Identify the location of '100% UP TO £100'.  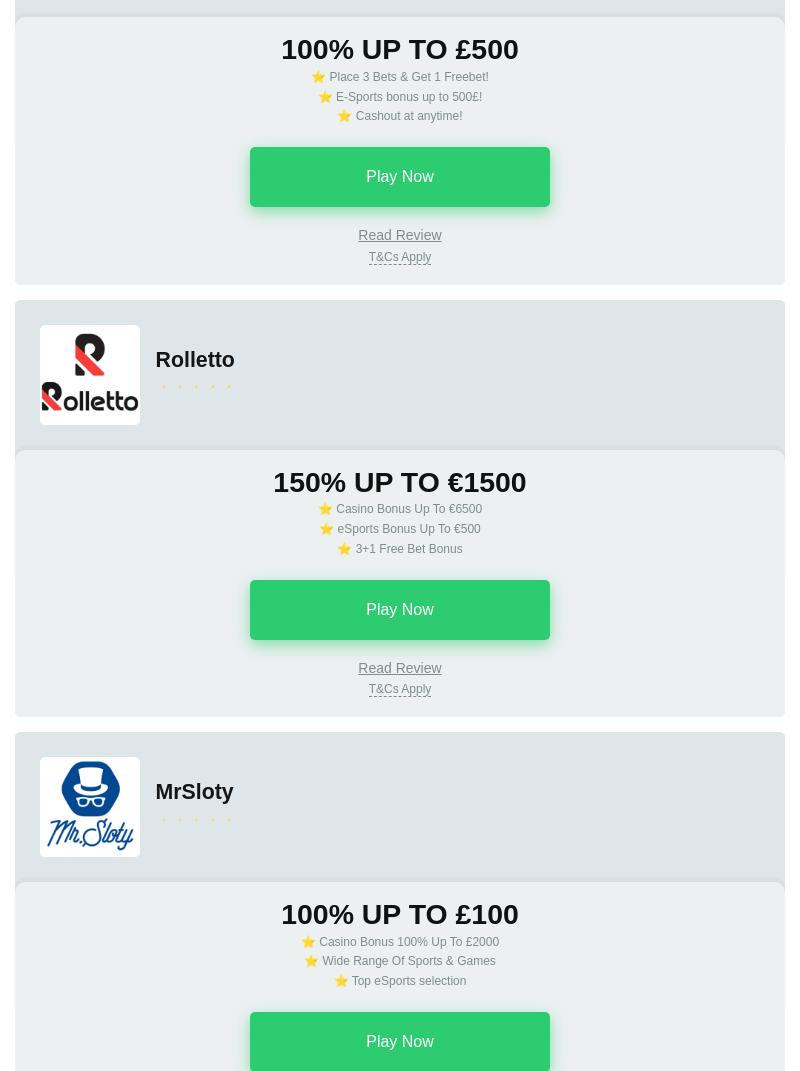
(398, 913).